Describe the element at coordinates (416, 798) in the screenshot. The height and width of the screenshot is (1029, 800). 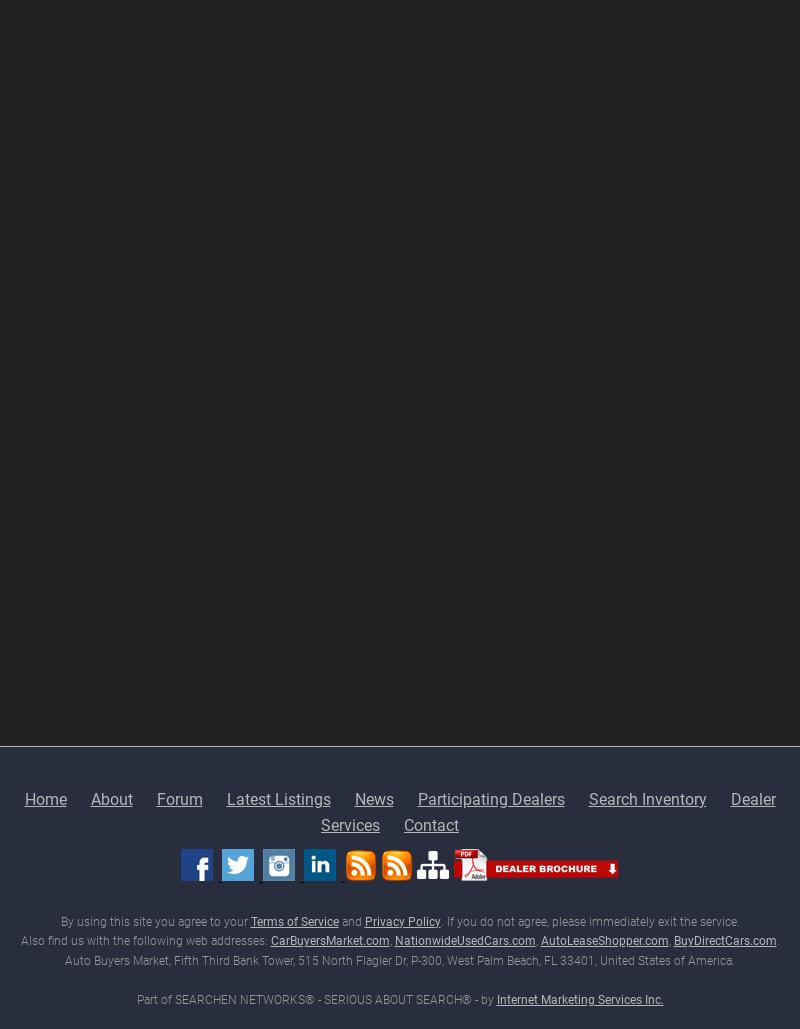
I see `'Participating Dealers'` at that location.